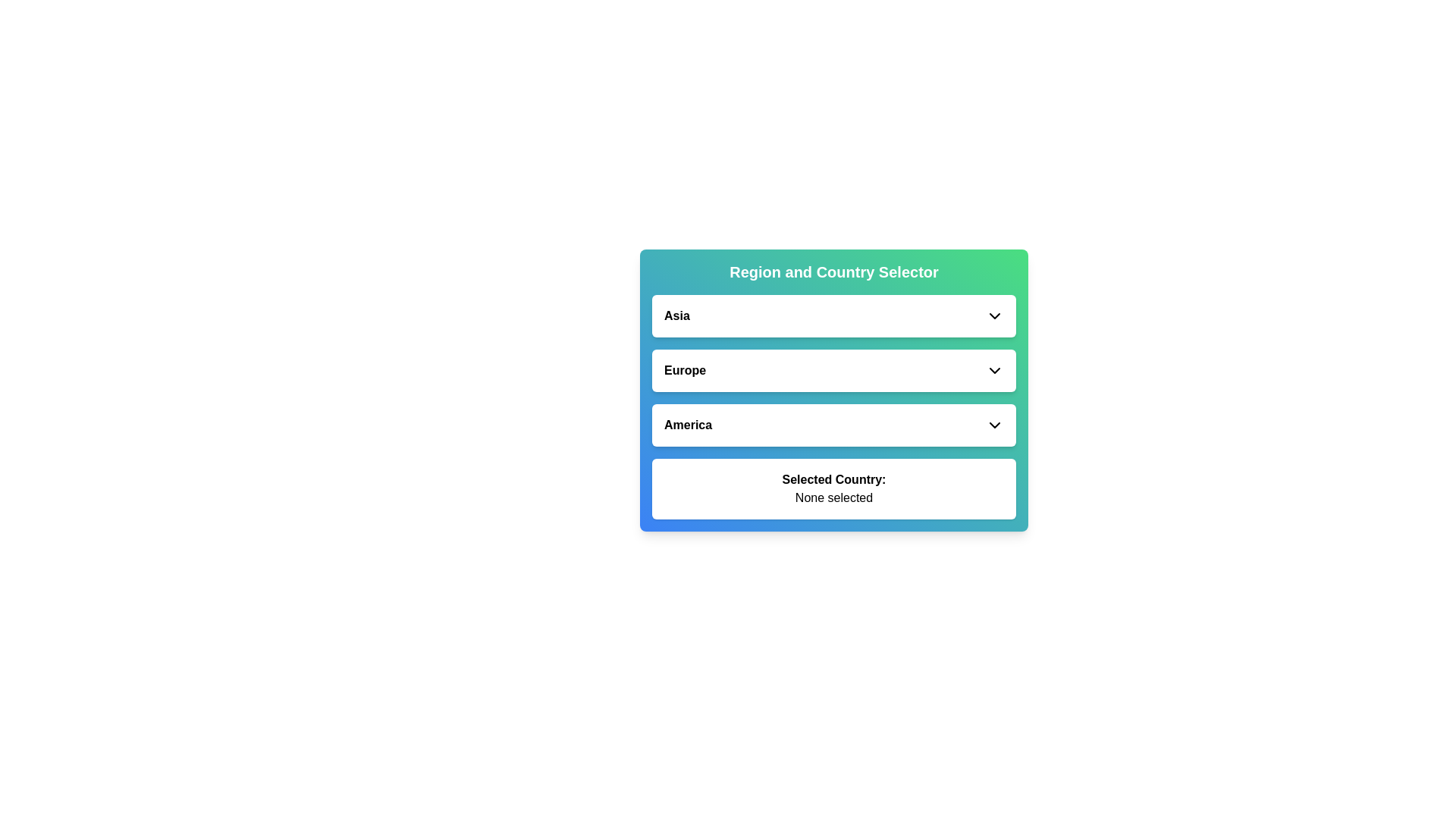 Image resolution: width=1456 pixels, height=819 pixels. I want to click on the Dropdown selector for choosing 'America', so click(833, 425).